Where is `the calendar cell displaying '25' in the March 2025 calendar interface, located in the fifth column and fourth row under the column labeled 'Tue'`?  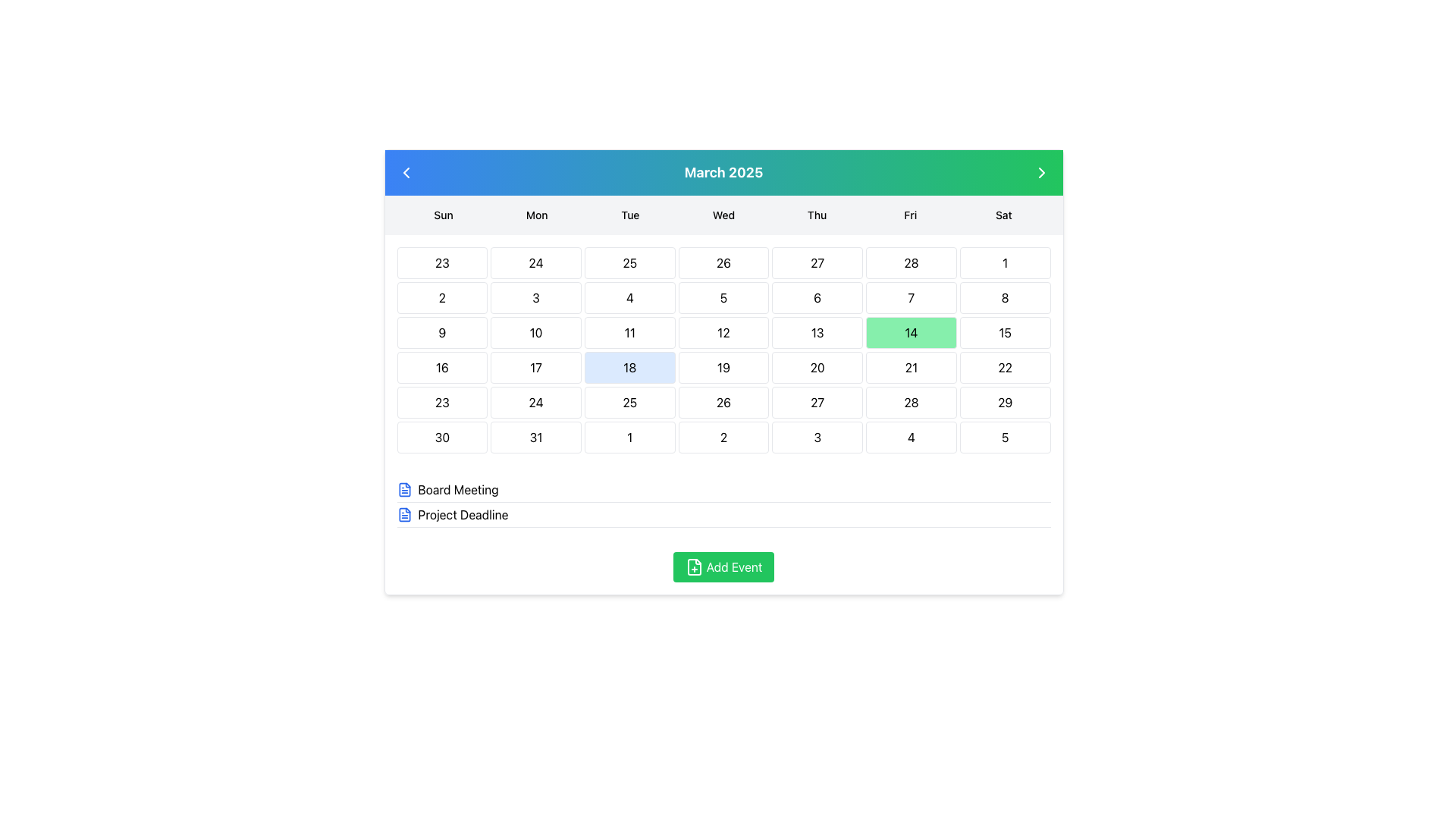
the calendar cell displaying '25' in the March 2025 calendar interface, located in the fifth column and fourth row under the column labeled 'Tue' is located at coordinates (629, 402).